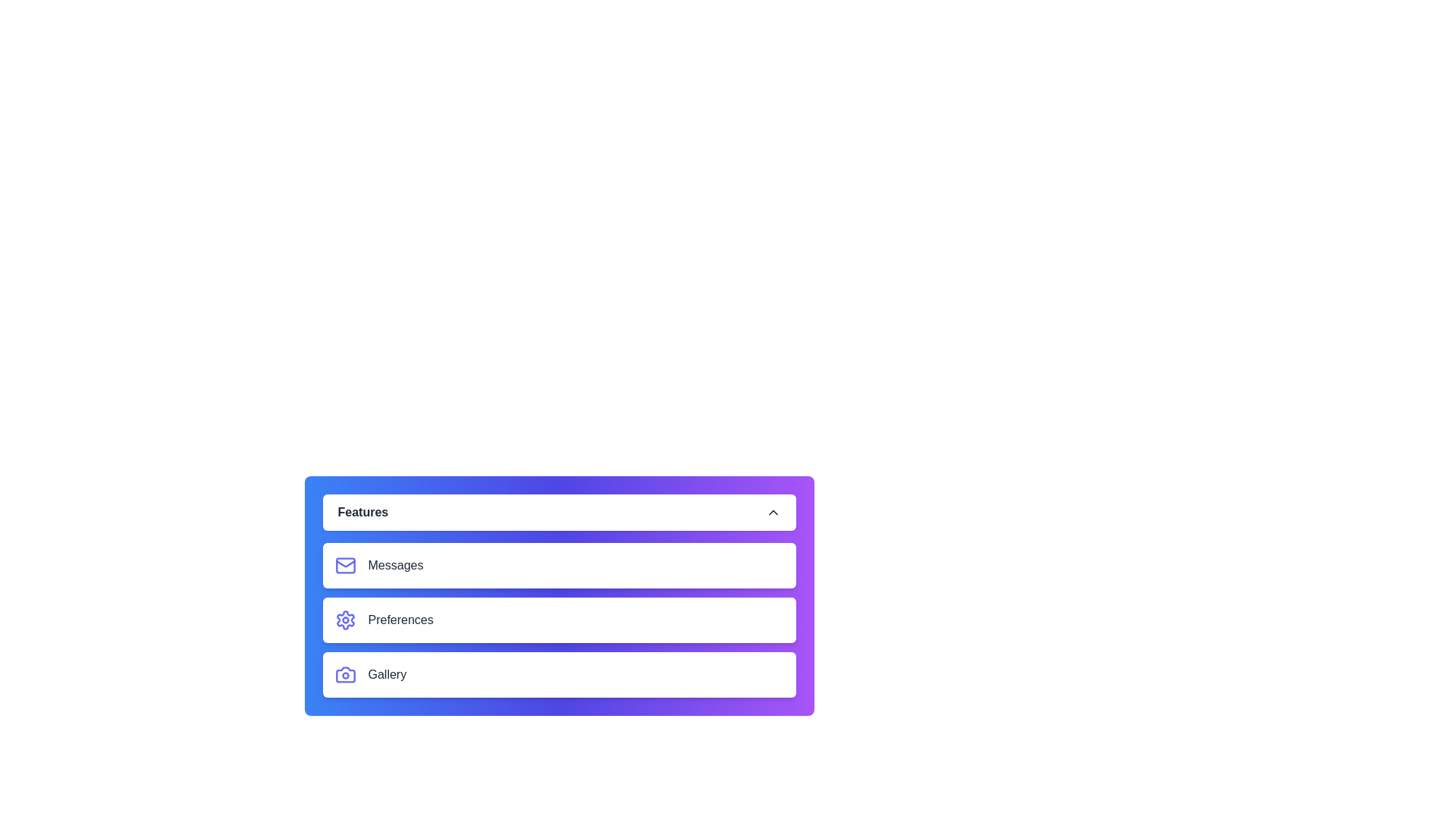 The image size is (1456, 819). I want to click on the menu item Preferences to select it, so click(558, 620).